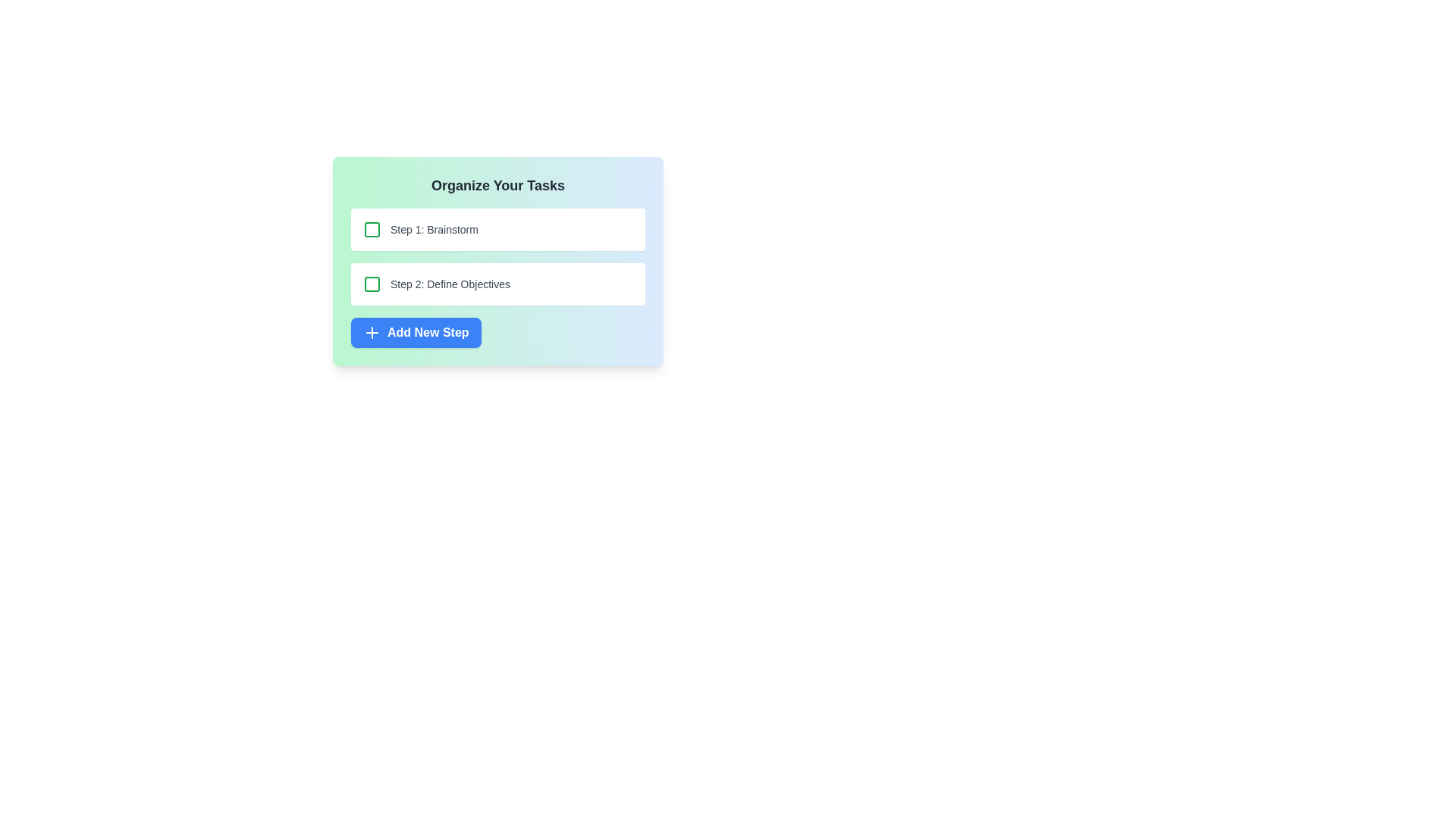 This screenshot has height=819, width=1456. What do you see at coordinates (372, 230) in the screenshot?
I see `the green square-shaped checkbox located in the first row of the task list, immediately to the left of the text 'Step 1: Brainstorm'` at bounding box center [372, 230].